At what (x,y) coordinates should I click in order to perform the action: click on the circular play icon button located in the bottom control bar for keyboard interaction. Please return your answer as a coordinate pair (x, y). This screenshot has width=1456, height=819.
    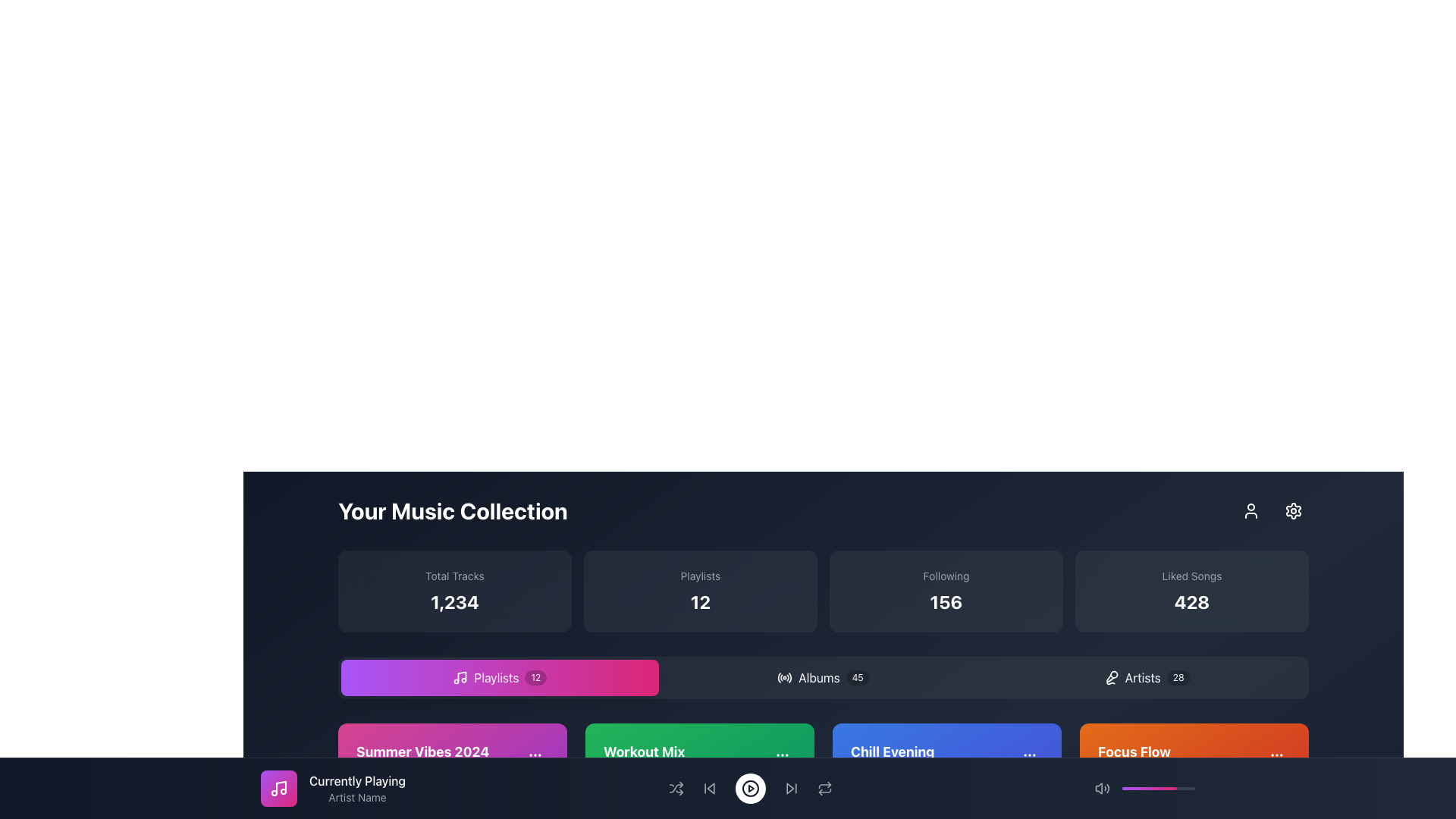
    Looking at the image, I should click on (750, 788).